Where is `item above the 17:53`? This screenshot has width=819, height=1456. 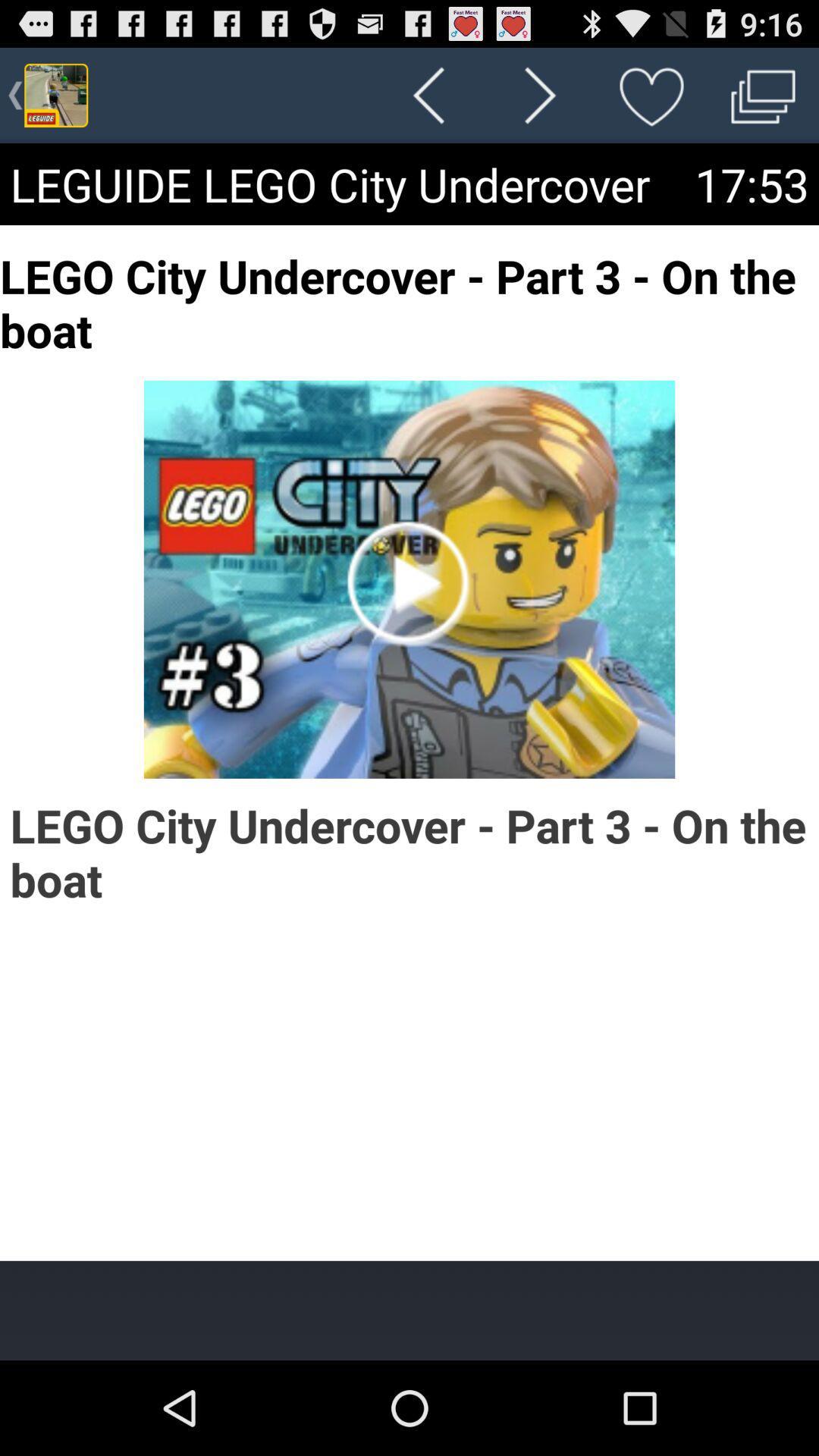 item above the 17:53 is located at coordinates (763, 94).